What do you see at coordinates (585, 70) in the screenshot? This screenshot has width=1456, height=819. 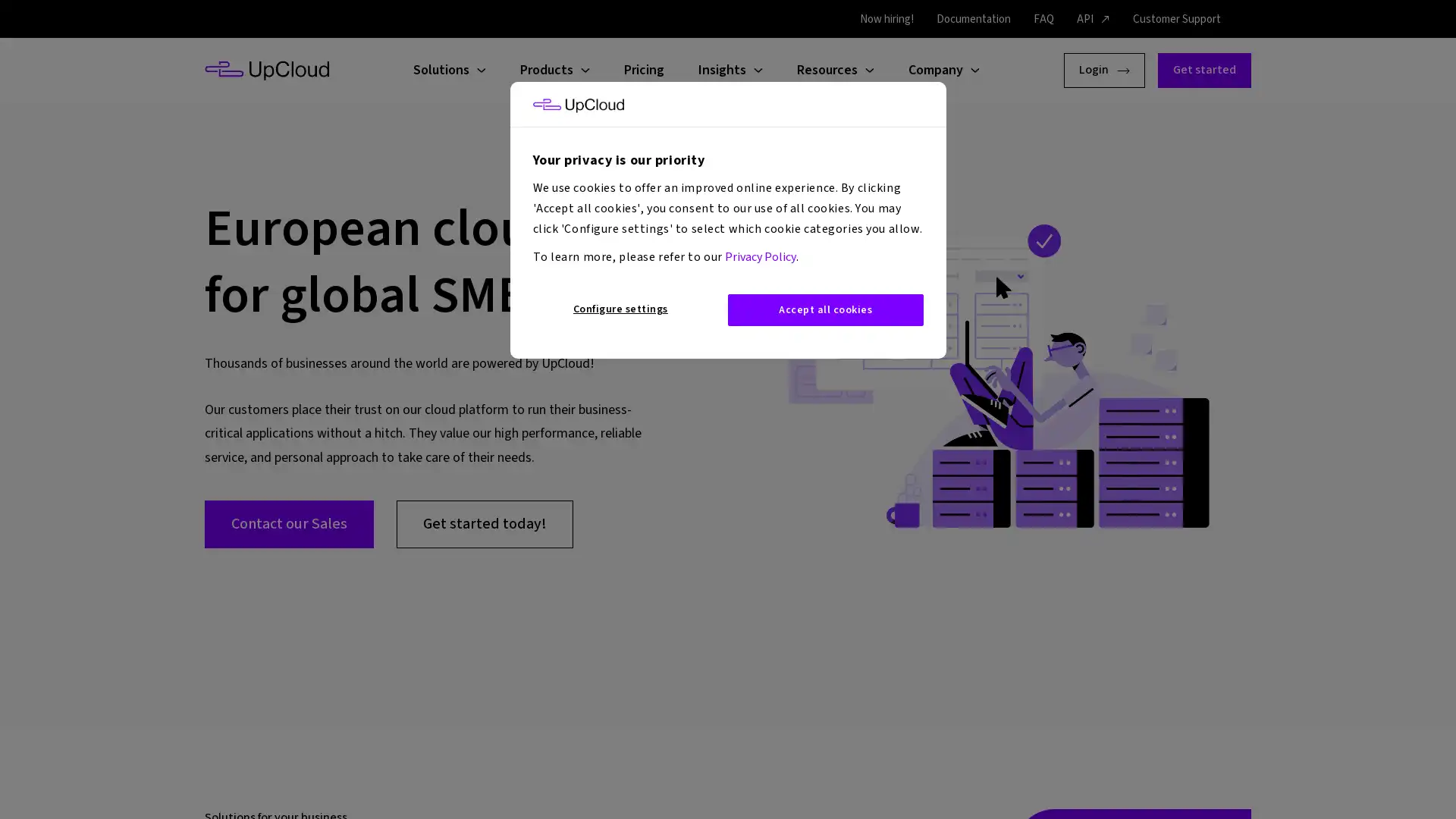 I see `Open child menu for Products` at bounding box center [585, 70].